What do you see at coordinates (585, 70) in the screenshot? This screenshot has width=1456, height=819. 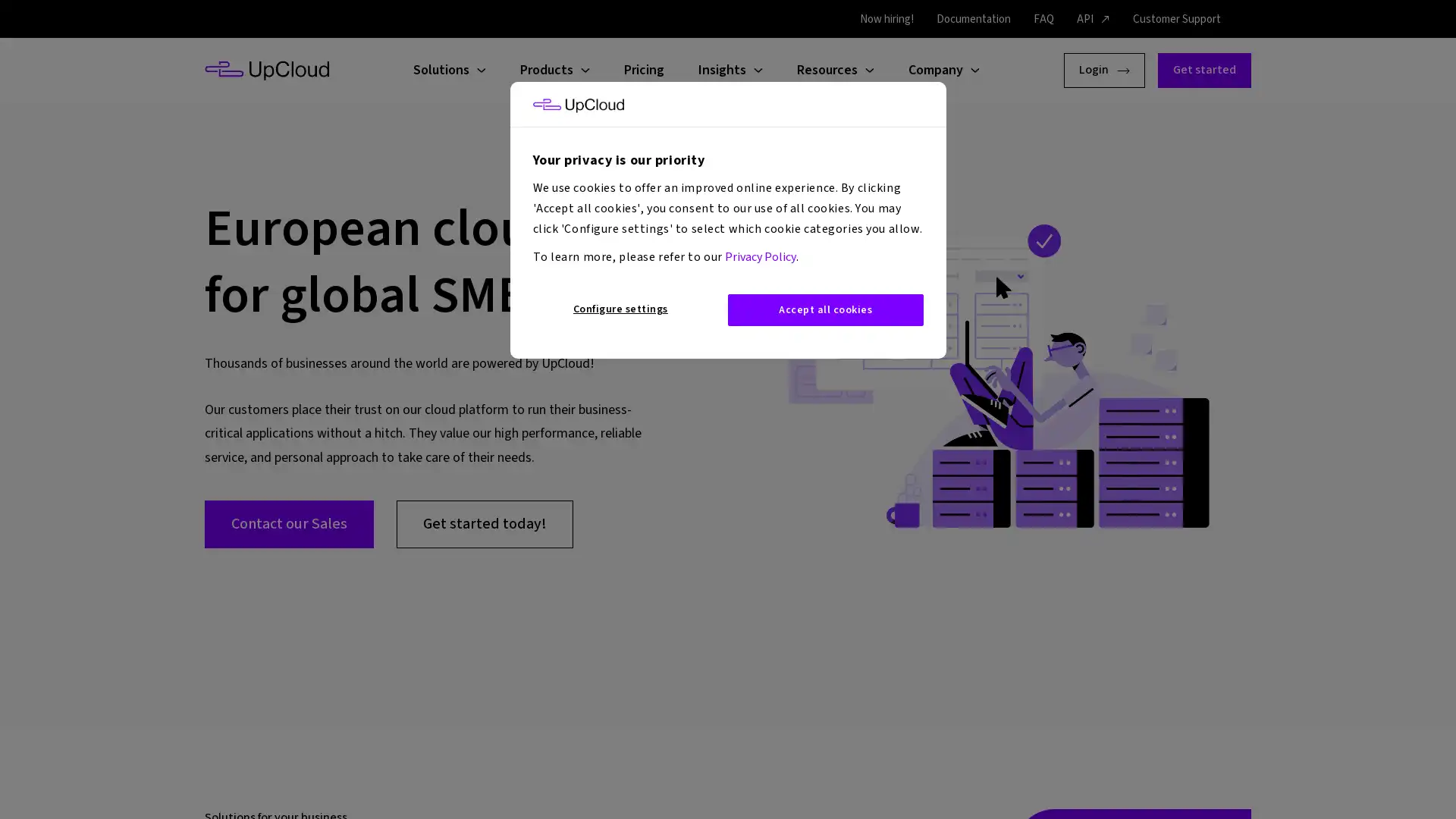 I see `Open child menu for Products` at bounding box center [585, 70].